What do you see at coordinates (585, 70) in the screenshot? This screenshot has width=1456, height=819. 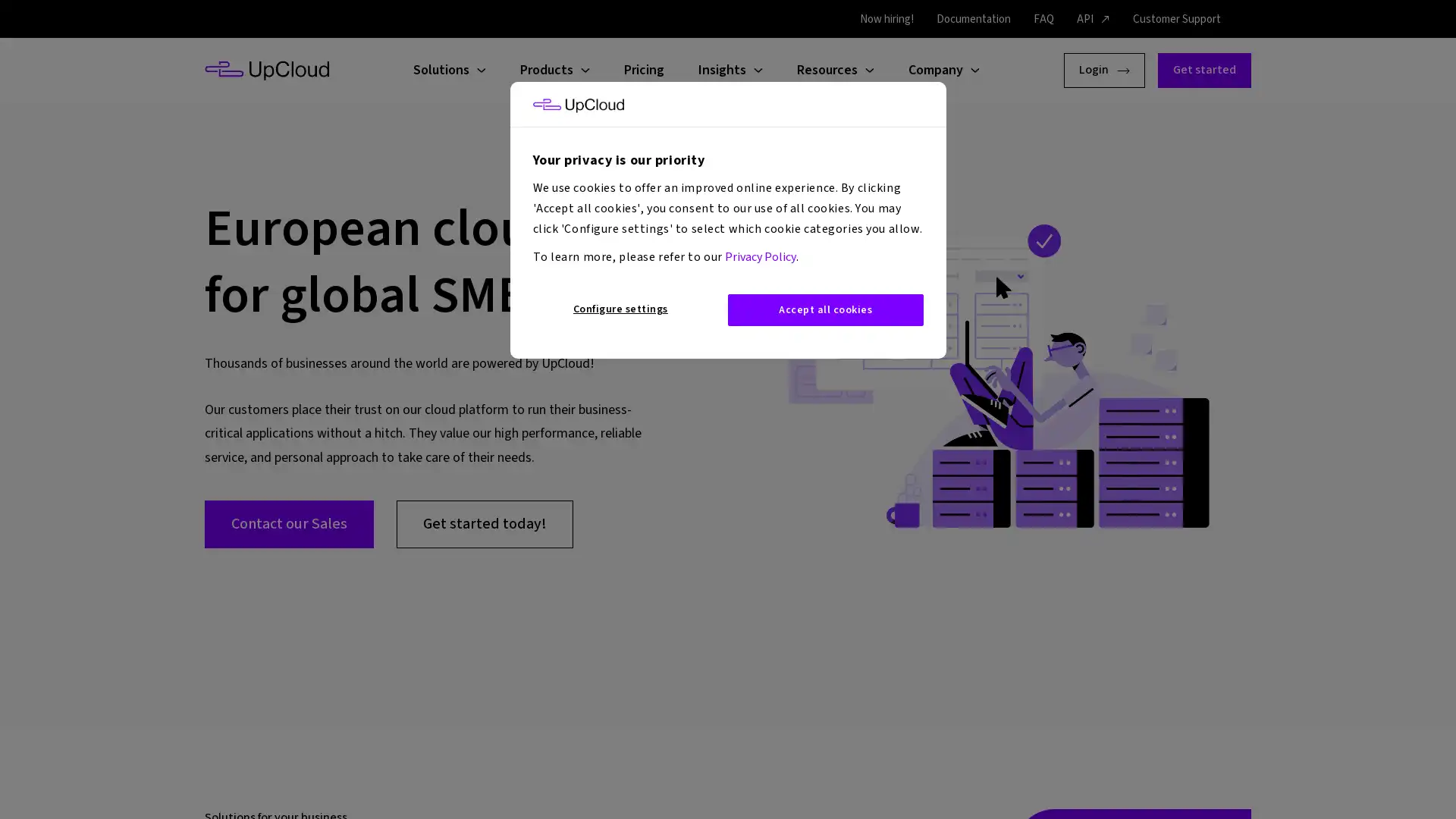 I see `Open child menu for Products` at bounding box center [585, 70].